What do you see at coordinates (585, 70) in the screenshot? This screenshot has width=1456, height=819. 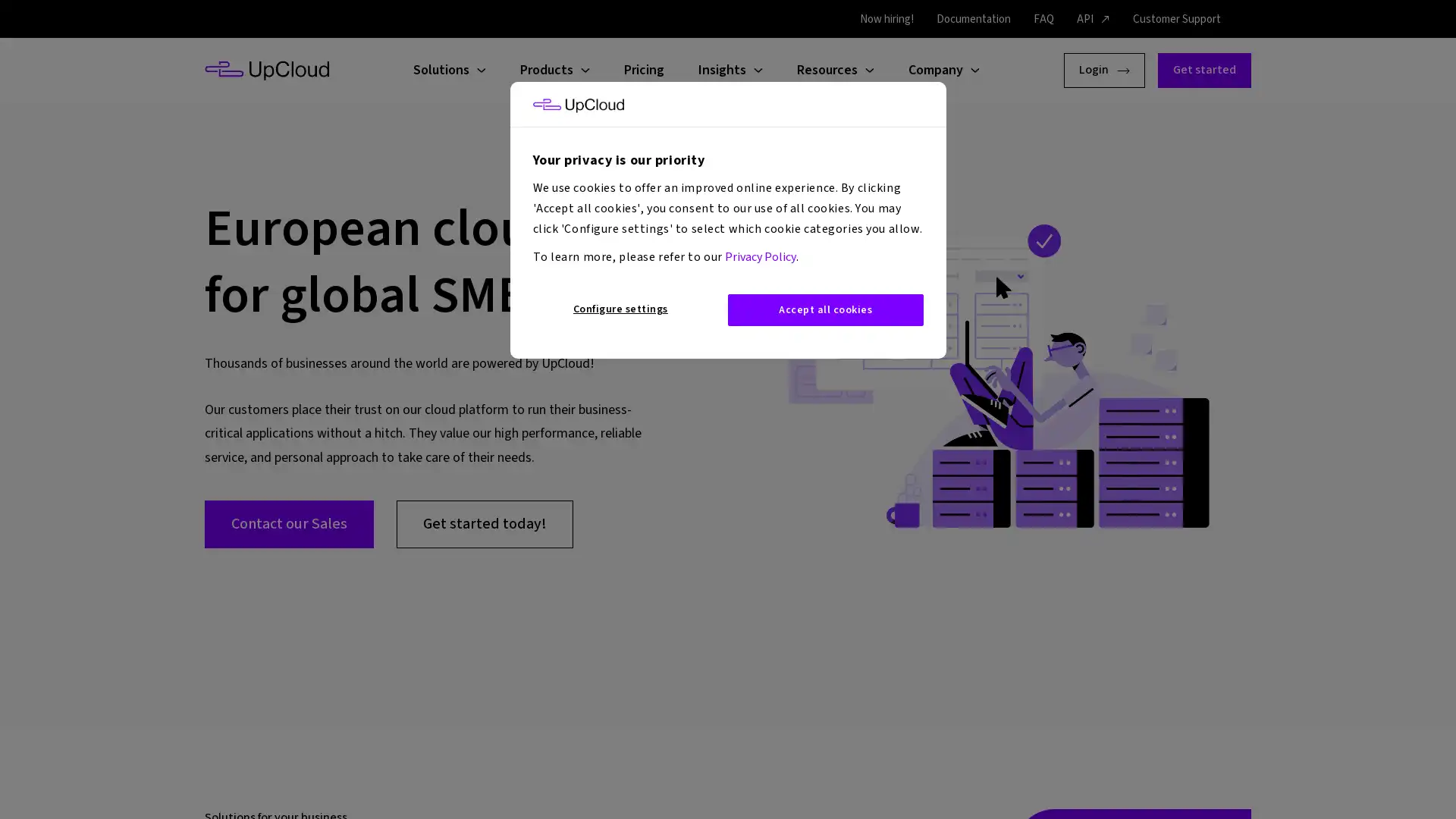 I see `Open child menu for Products` at bounding box center [585, 70].